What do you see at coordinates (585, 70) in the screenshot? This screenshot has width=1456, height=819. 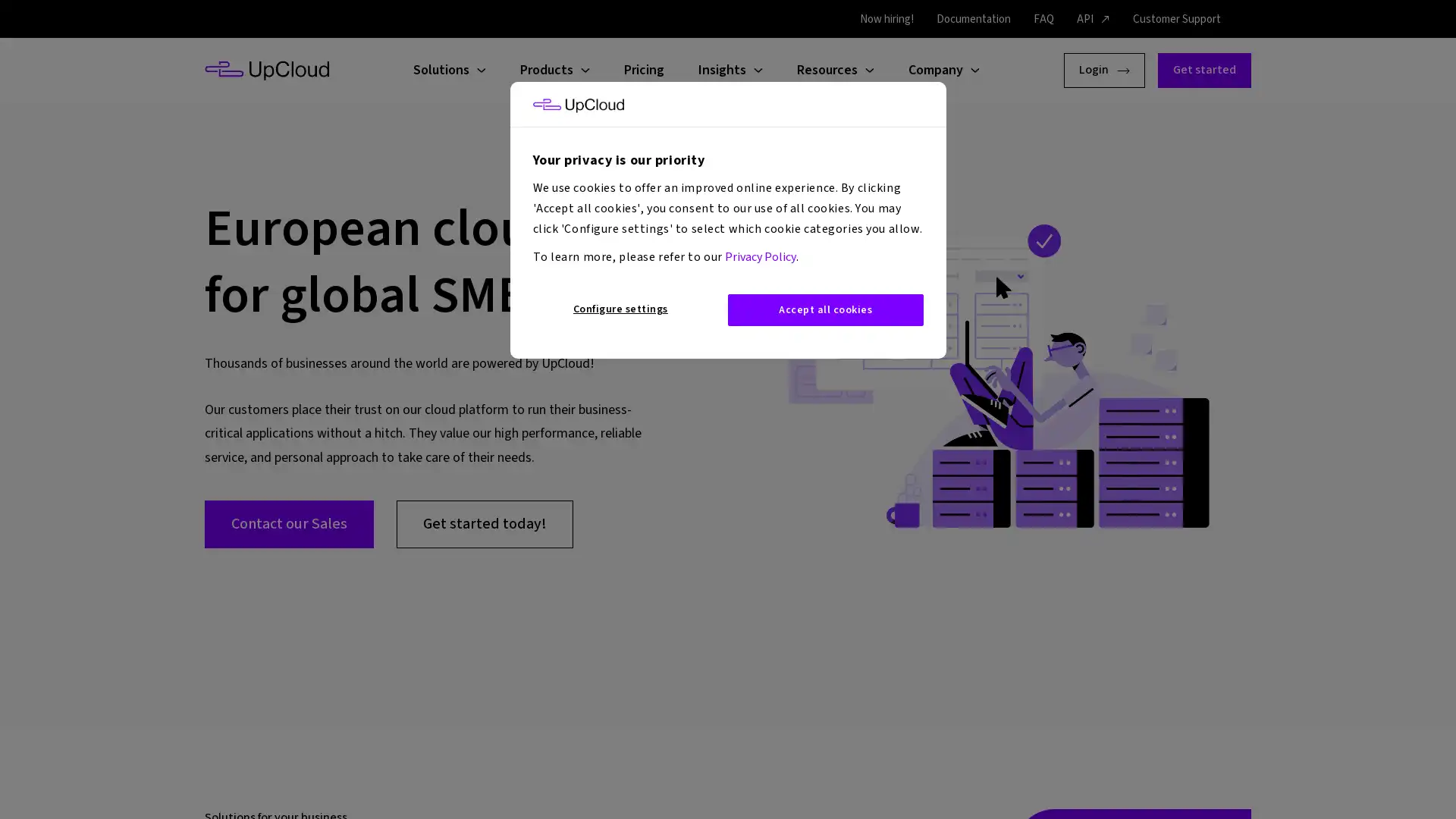 I see `Open child menu for Products` at bounding box center [585, 70].